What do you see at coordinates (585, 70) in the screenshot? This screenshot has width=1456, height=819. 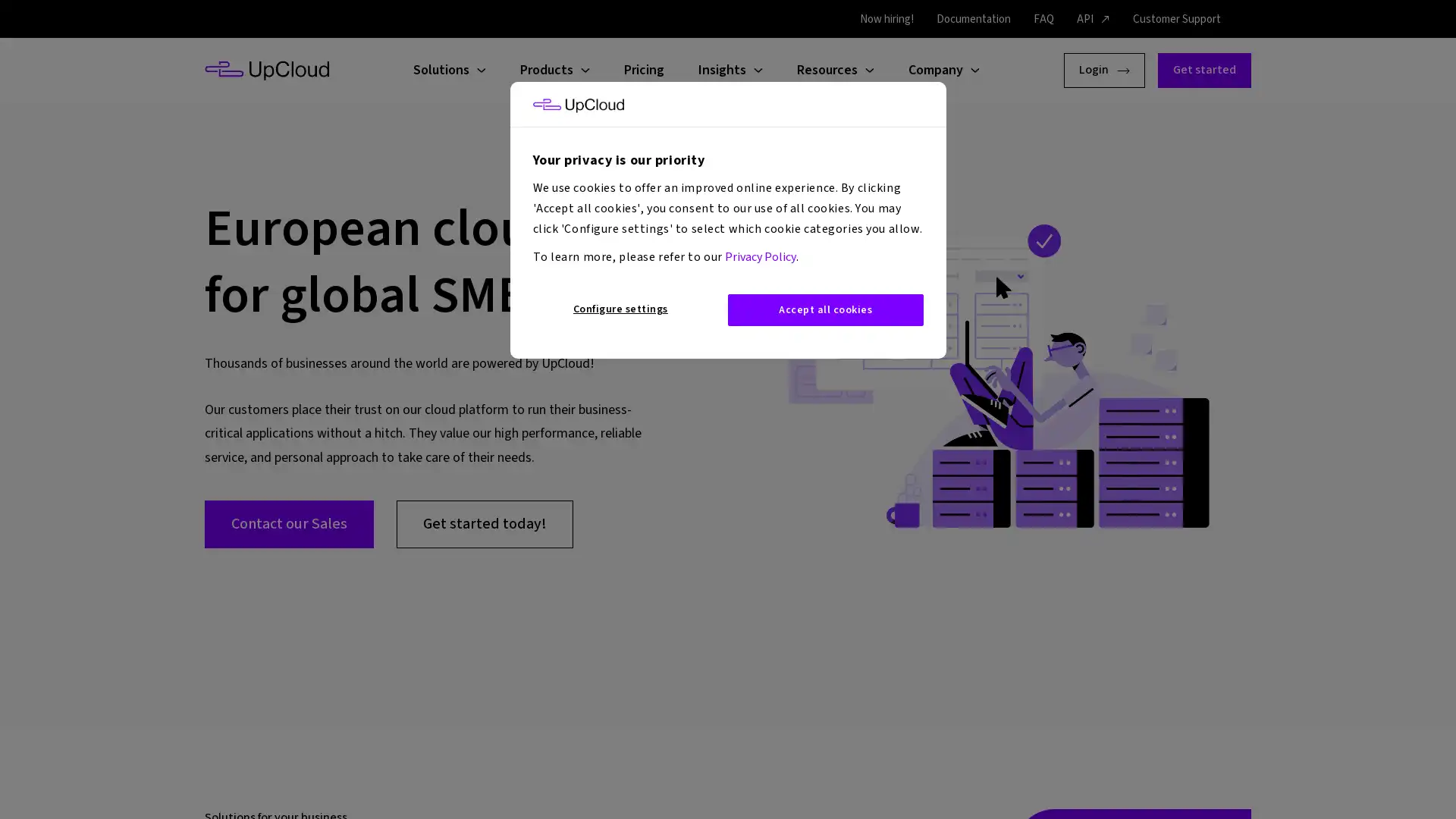 I see `Open child menu for Products` at bounding box center [585, 70].